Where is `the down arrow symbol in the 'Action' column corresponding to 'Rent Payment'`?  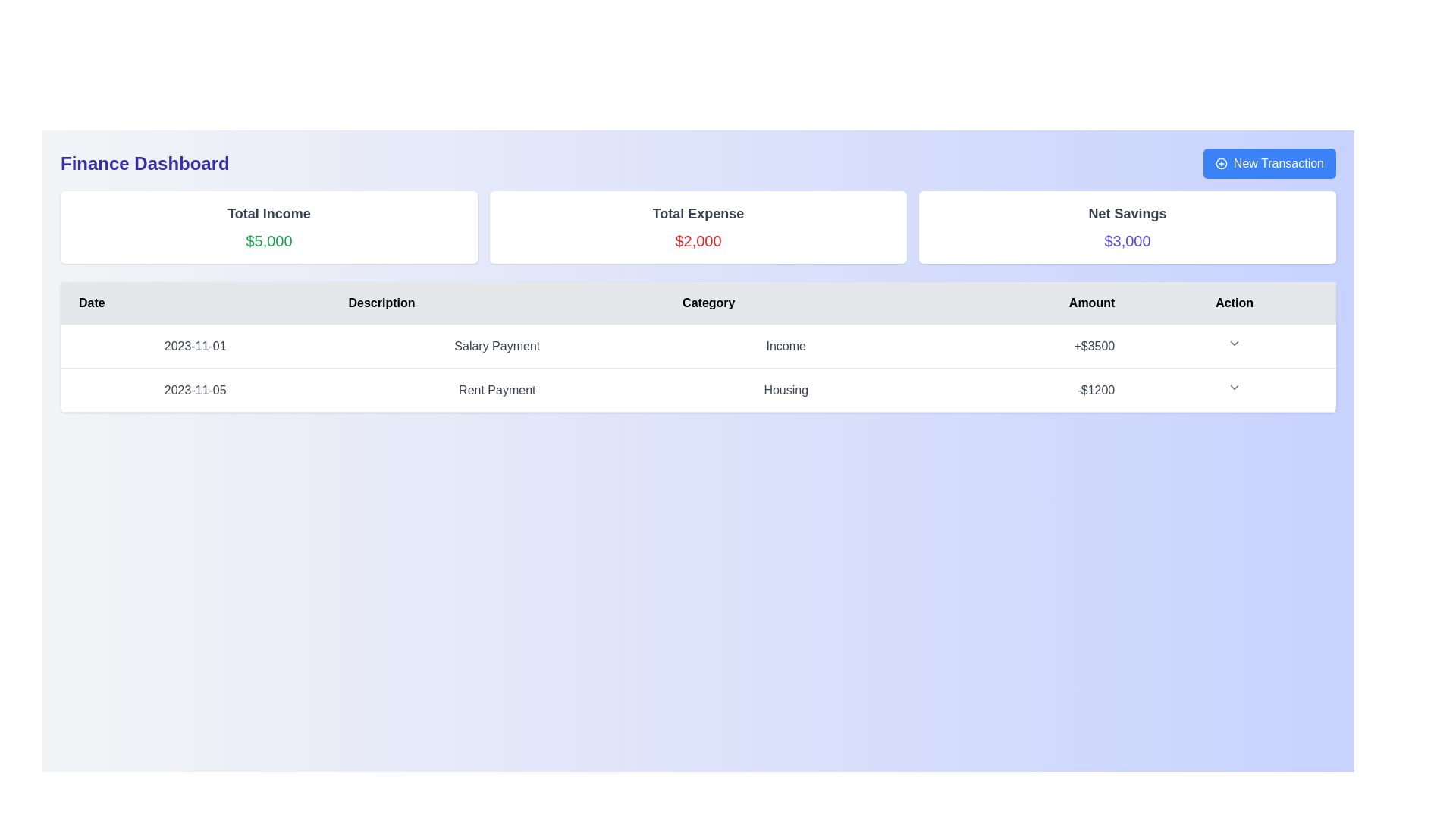
the down arrow symbol in the 'Action' column corresponding to 'Rent Payment' is located at coordinates (1235, 389).